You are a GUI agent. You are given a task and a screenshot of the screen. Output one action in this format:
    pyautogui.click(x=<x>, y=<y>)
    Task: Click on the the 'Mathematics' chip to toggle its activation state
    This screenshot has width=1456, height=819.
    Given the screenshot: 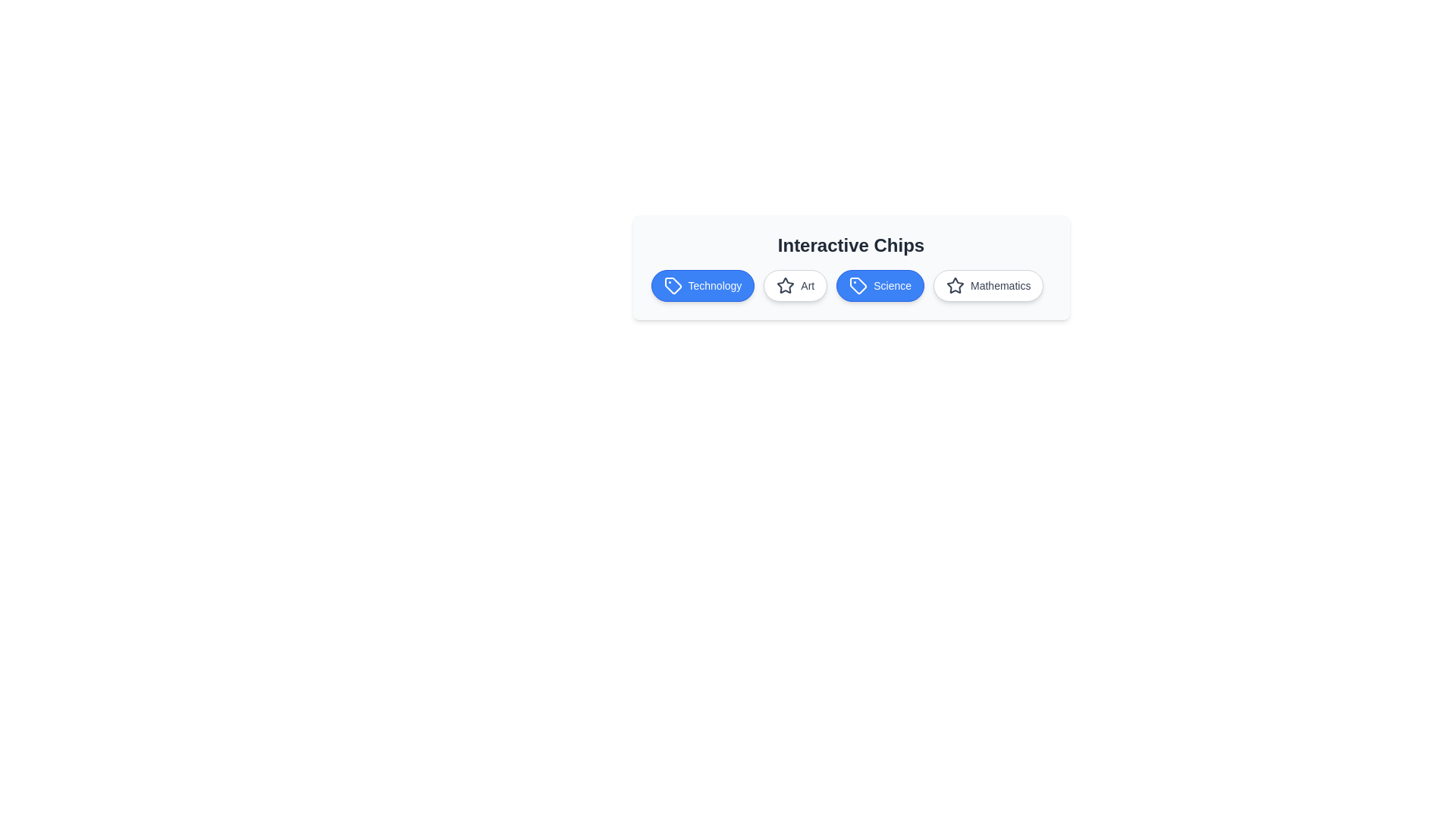 What is the action you would take?
    pyautogui.click(x=988, y=286)
    